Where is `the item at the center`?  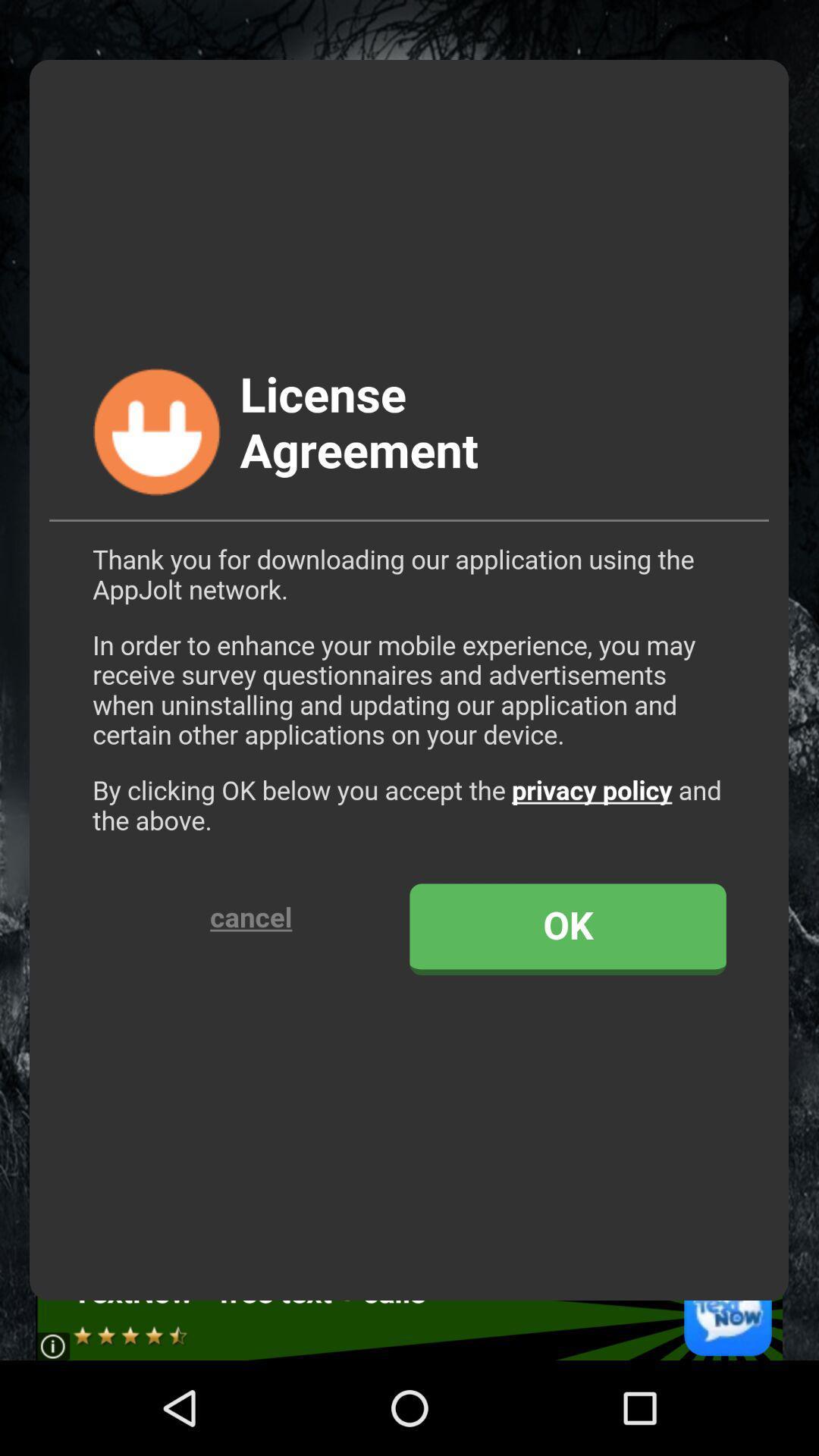 the item at the center is located at coordinates (408, 679).